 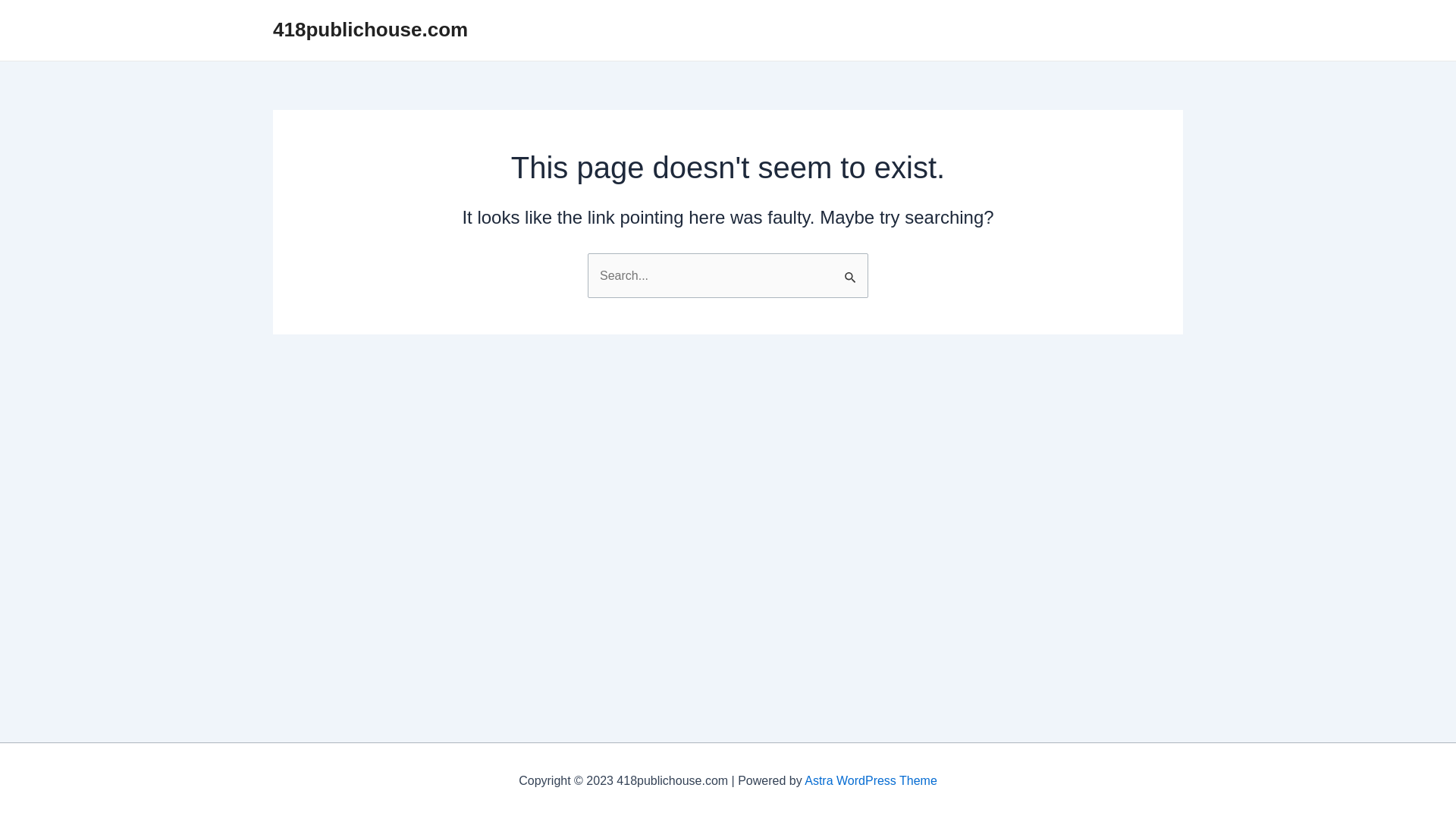 What do you see at coordinates (851, 268) in the screenshot?
I see `'Search'` at bounding box center [851, 268].